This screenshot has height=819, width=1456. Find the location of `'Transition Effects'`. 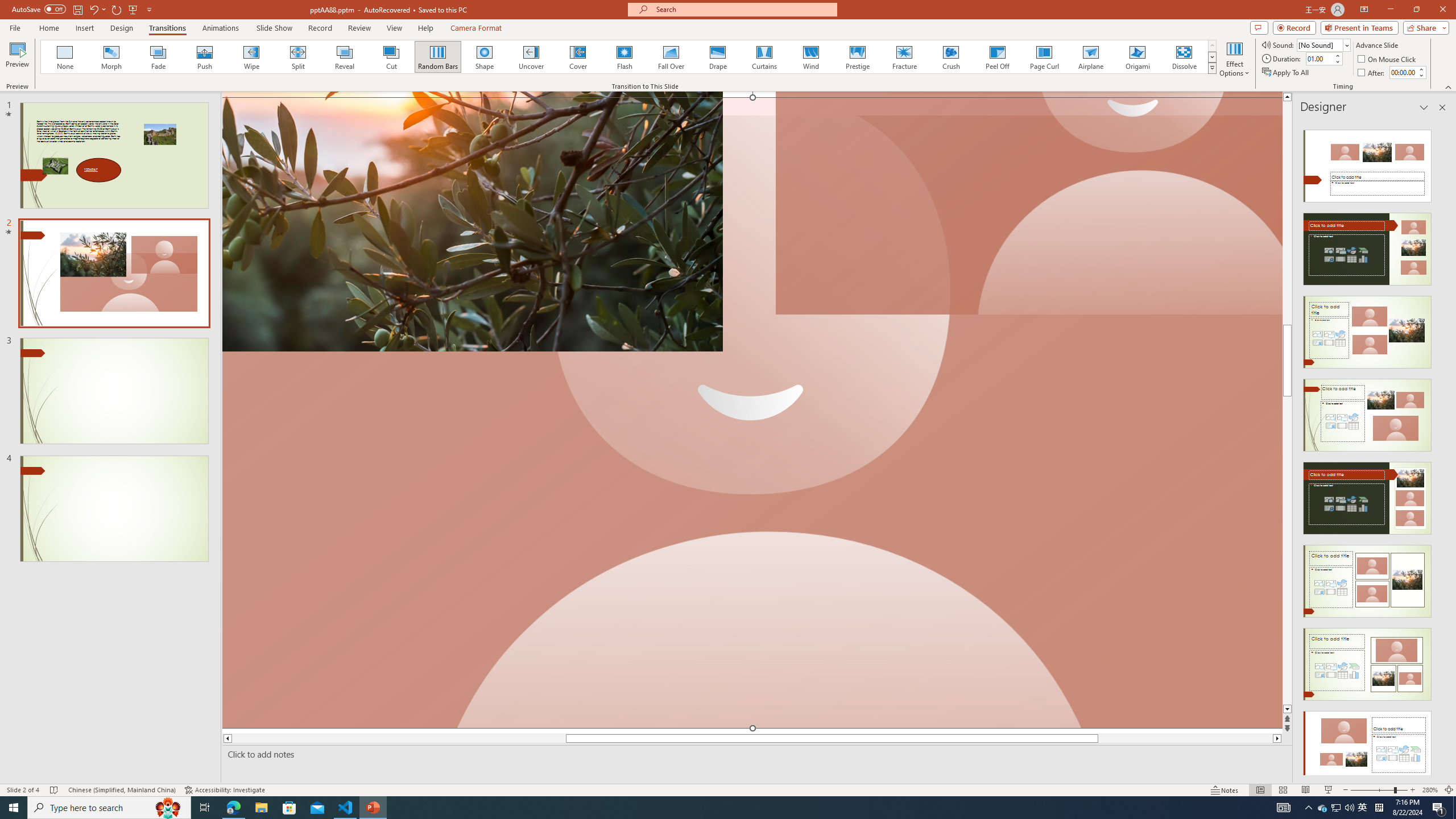

'Transition Effects' is located at coordinates (1212, 67).